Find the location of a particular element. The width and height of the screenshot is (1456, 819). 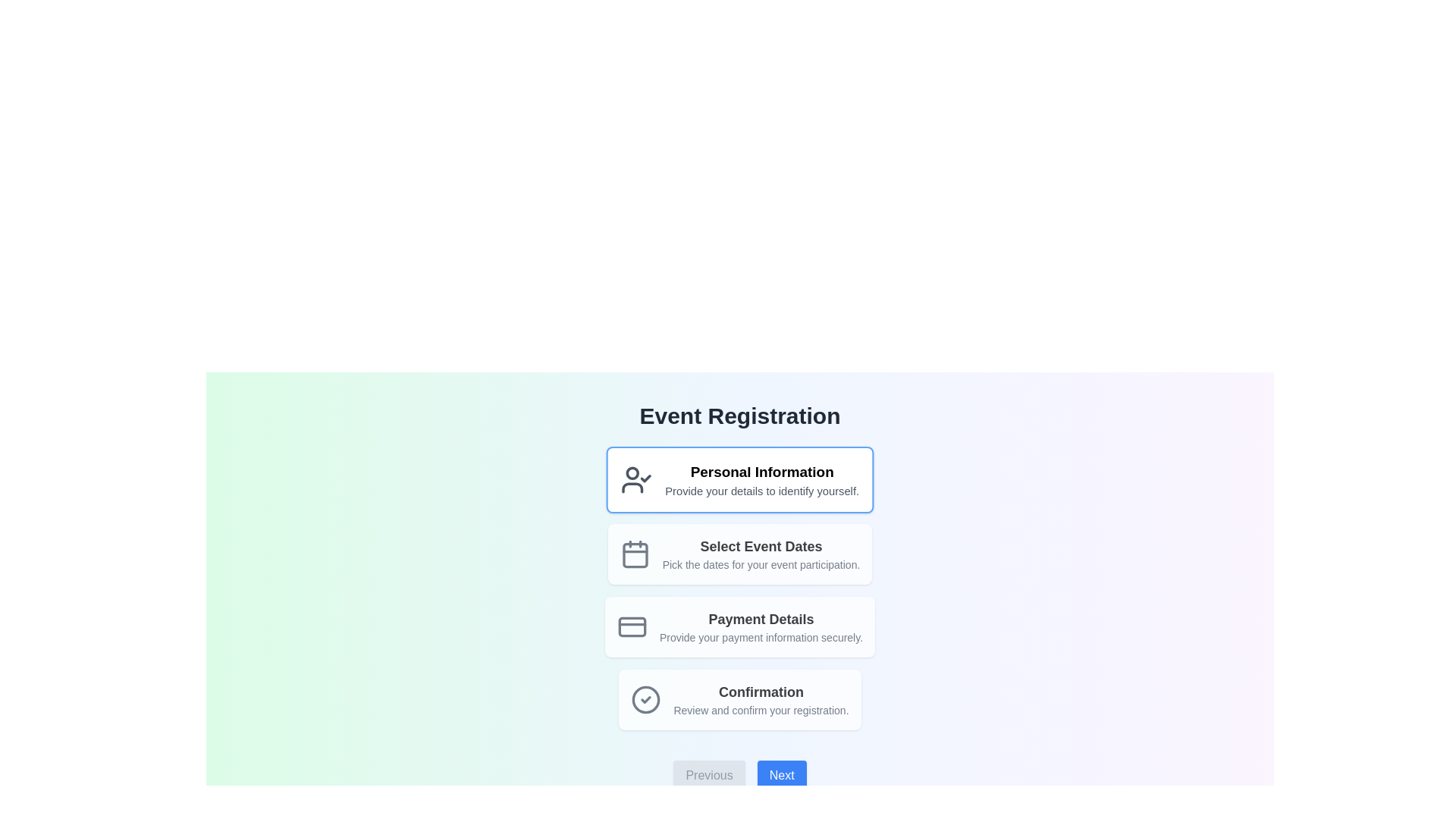

the text instruction that reads 'Provide your details to identify yourself.' which is located beneath the bold heading 'Personal Information.' is located at coordinates (762, 491).